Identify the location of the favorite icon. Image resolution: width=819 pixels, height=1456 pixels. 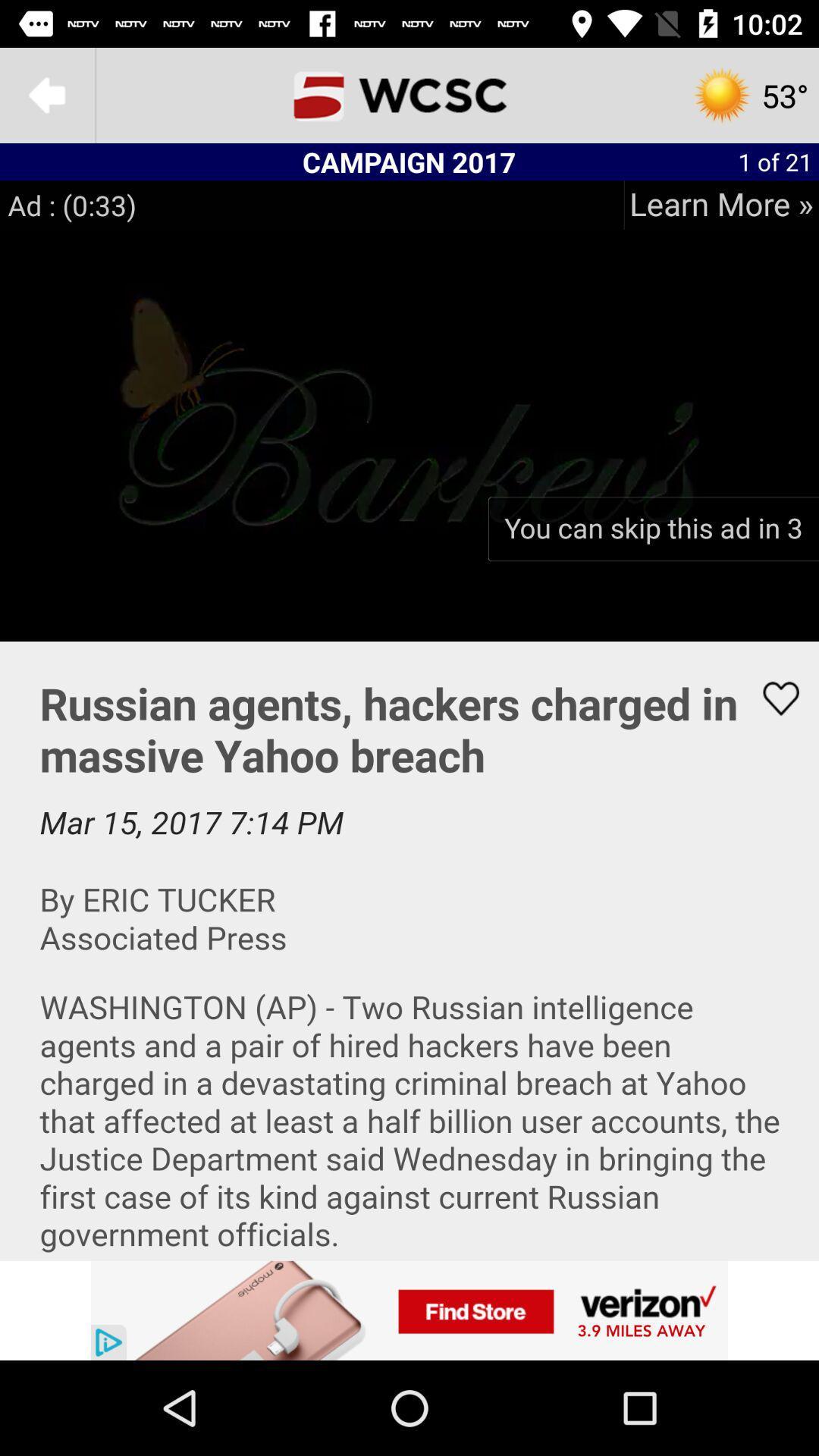
(771, 698).